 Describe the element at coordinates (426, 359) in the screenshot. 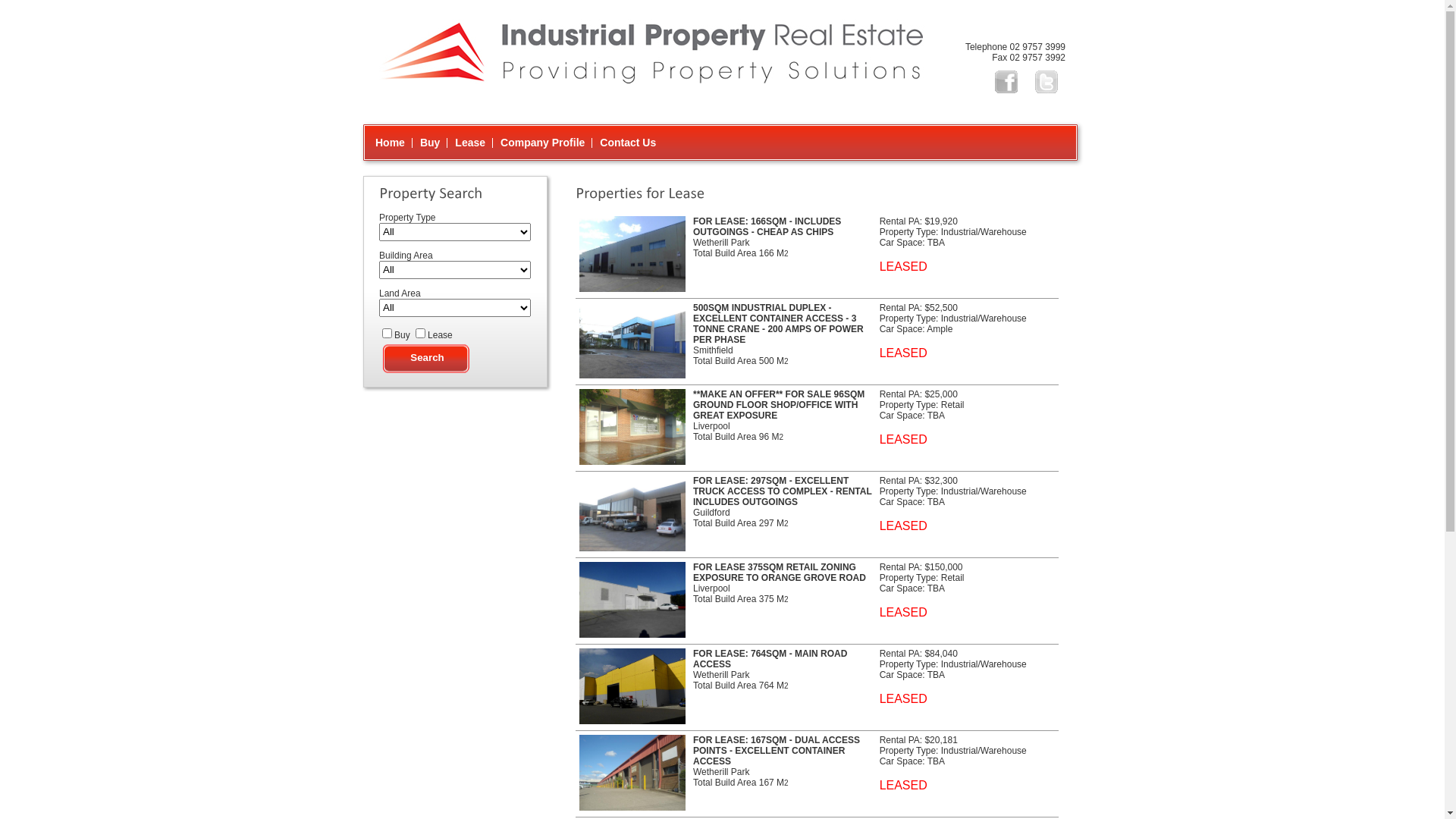

I see `'Search'` at that location.